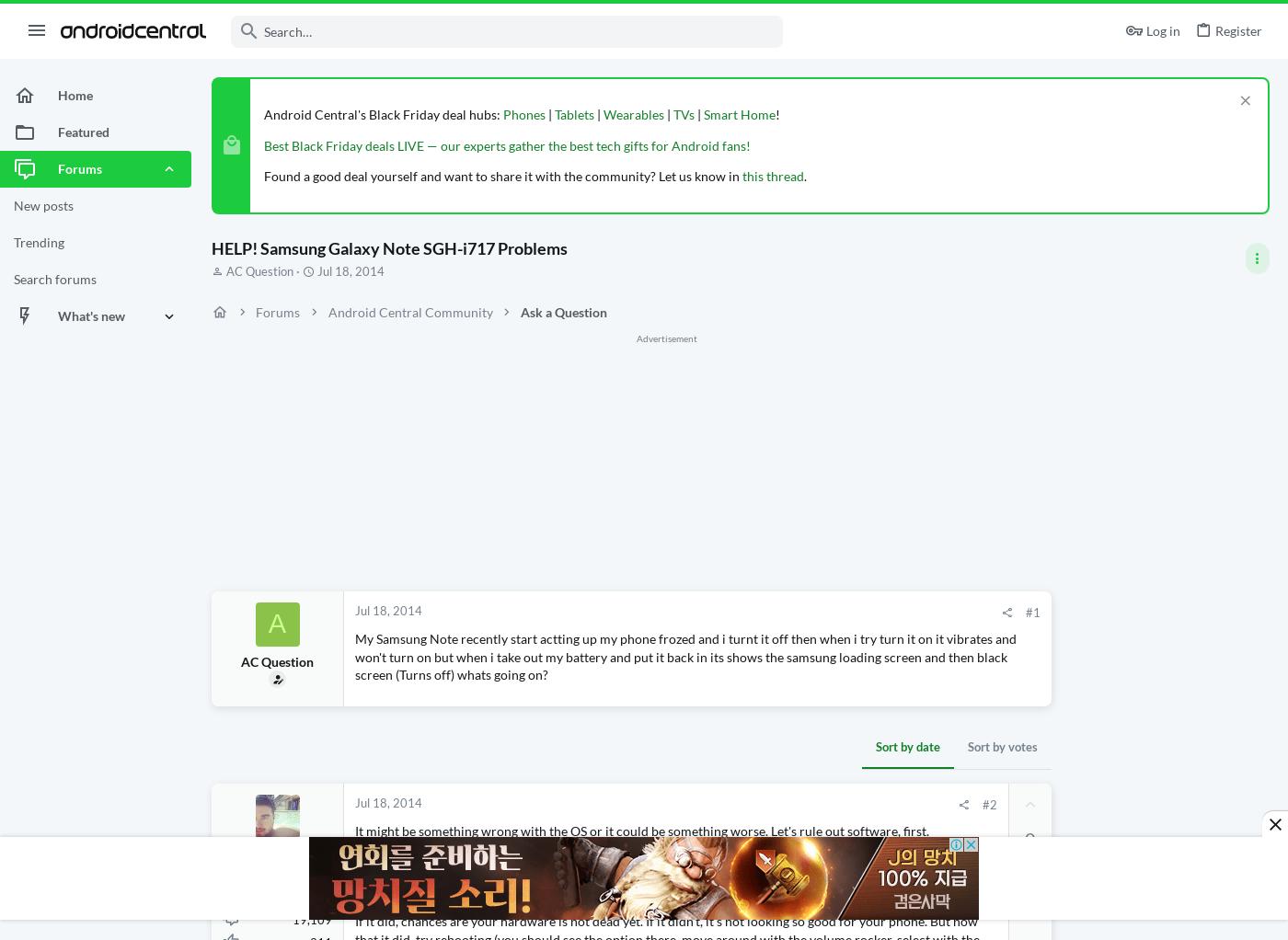 Image resolution: width=1288 pixels, height=940 pixels. What do you see at coordinates (1163, 29) in the screenshot?
I see `'Log in'` at bounding box center [1163, 29].